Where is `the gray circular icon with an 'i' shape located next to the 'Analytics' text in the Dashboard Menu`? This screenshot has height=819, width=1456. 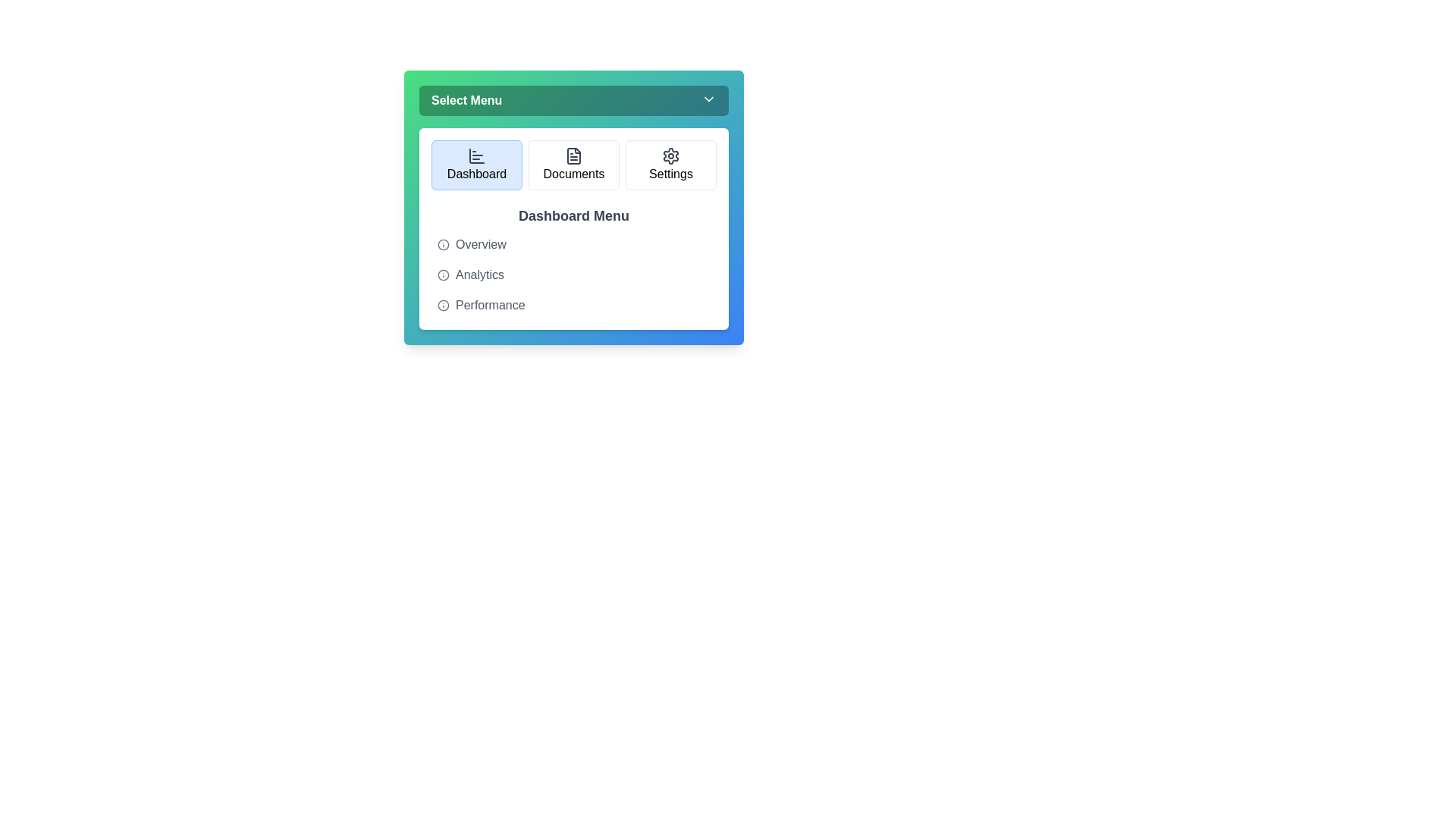
the gray circular icon with an 'i' shape located next to the 'Analytics' text in the Dashboard Menu is located at coordinates (443, 275).